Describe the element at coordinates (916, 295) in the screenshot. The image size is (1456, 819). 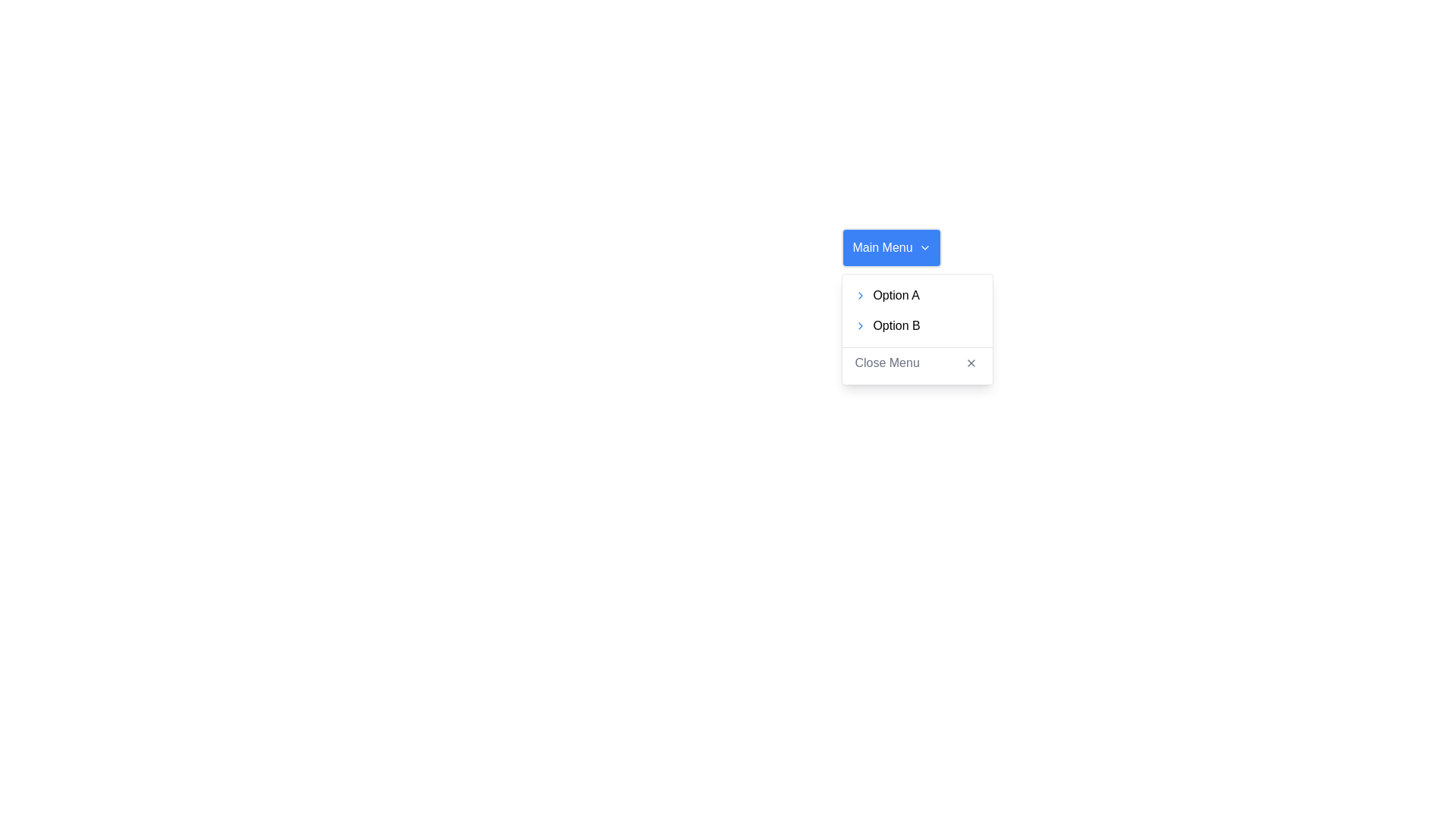
I see `the first selectable menu option that triggers navigation to 'Option A'` at that location.